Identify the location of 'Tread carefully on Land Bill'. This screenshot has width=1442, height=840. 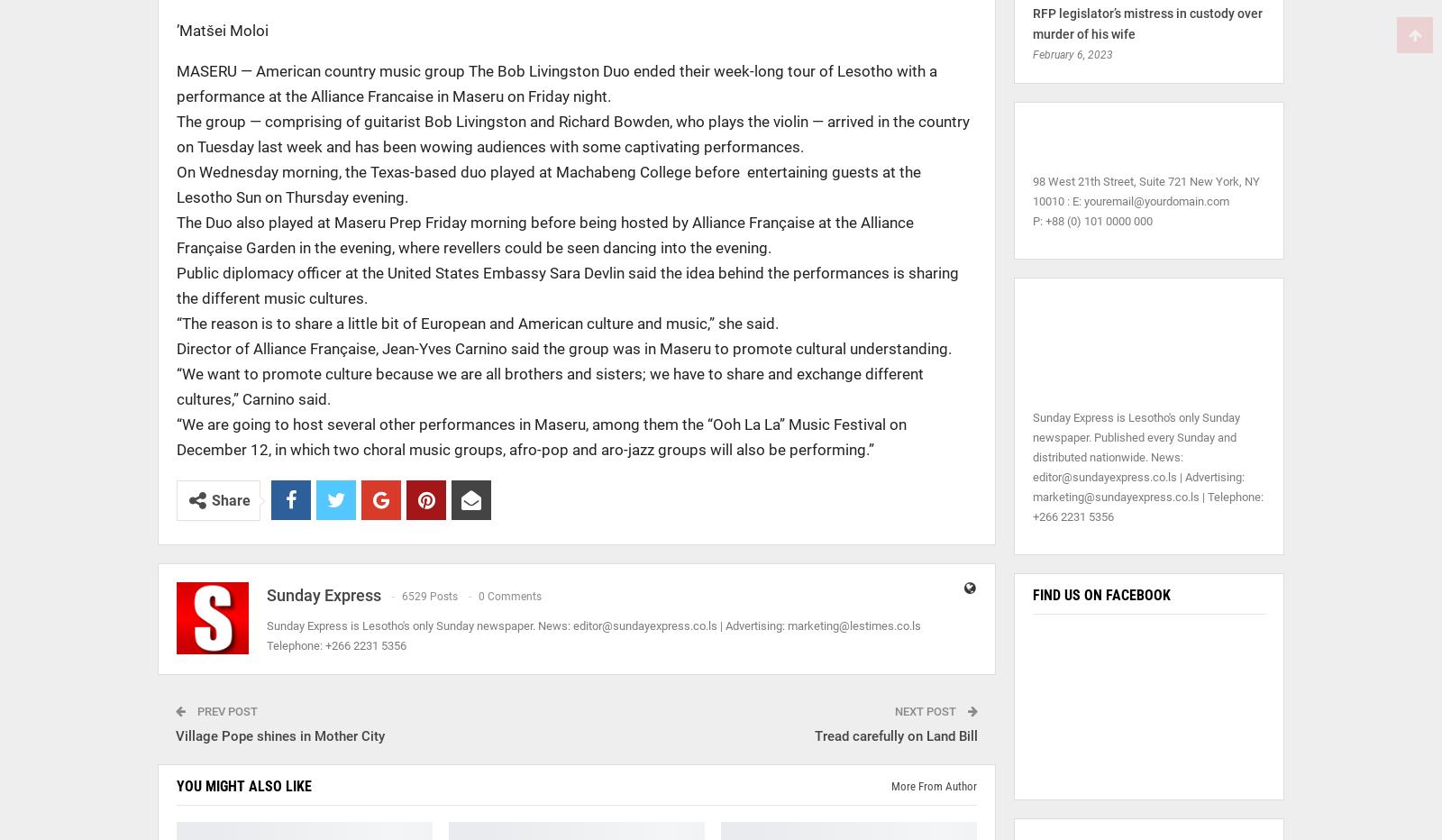
(894, 735).